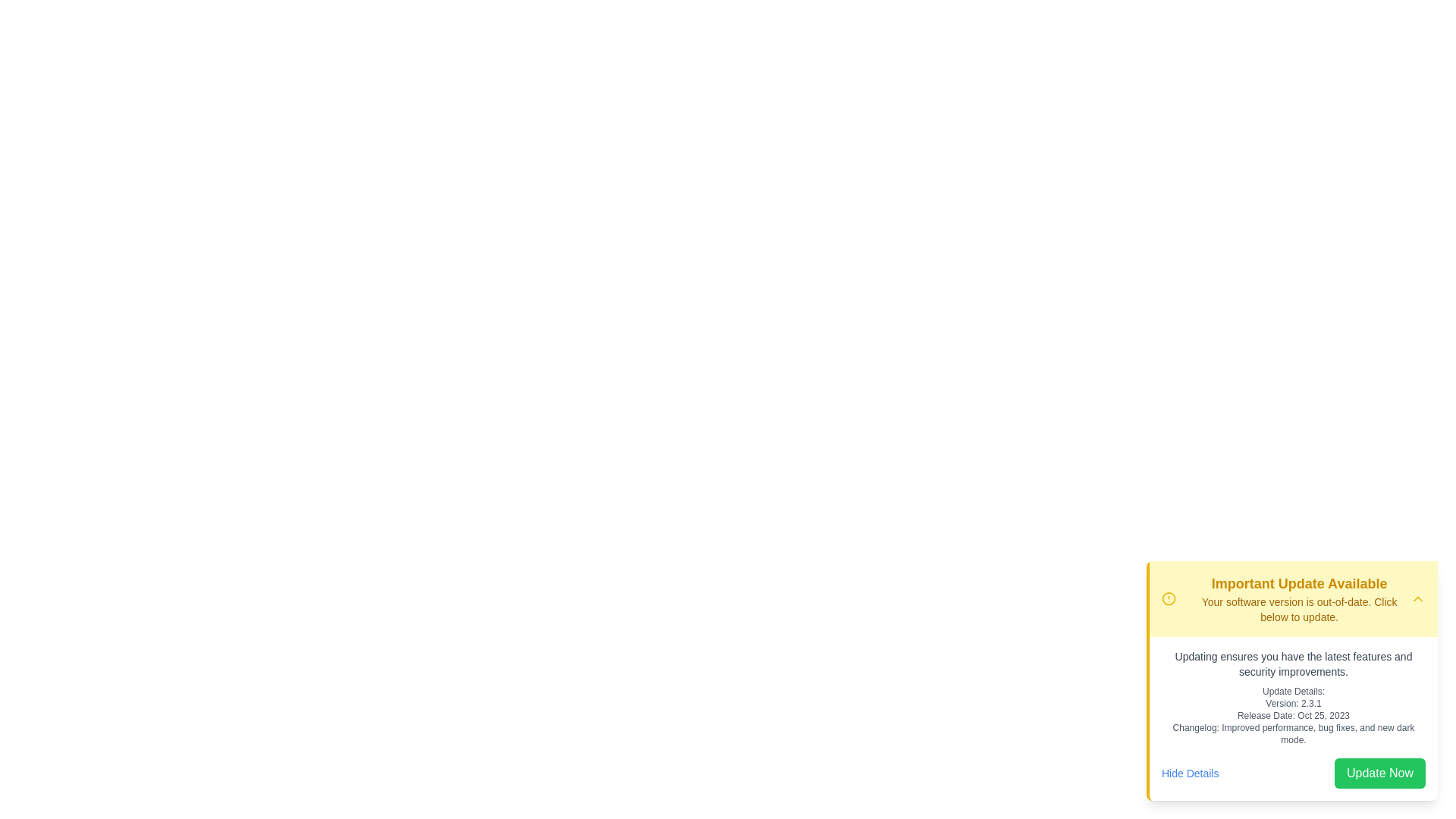 The width and height of the screenshot is (1456, 819). Describe the element at coordinates (1168, 598) in the screenshot. I see `the circular boundary of the yellow warning icon located in the lower-right corner of the dialog box` at that location.